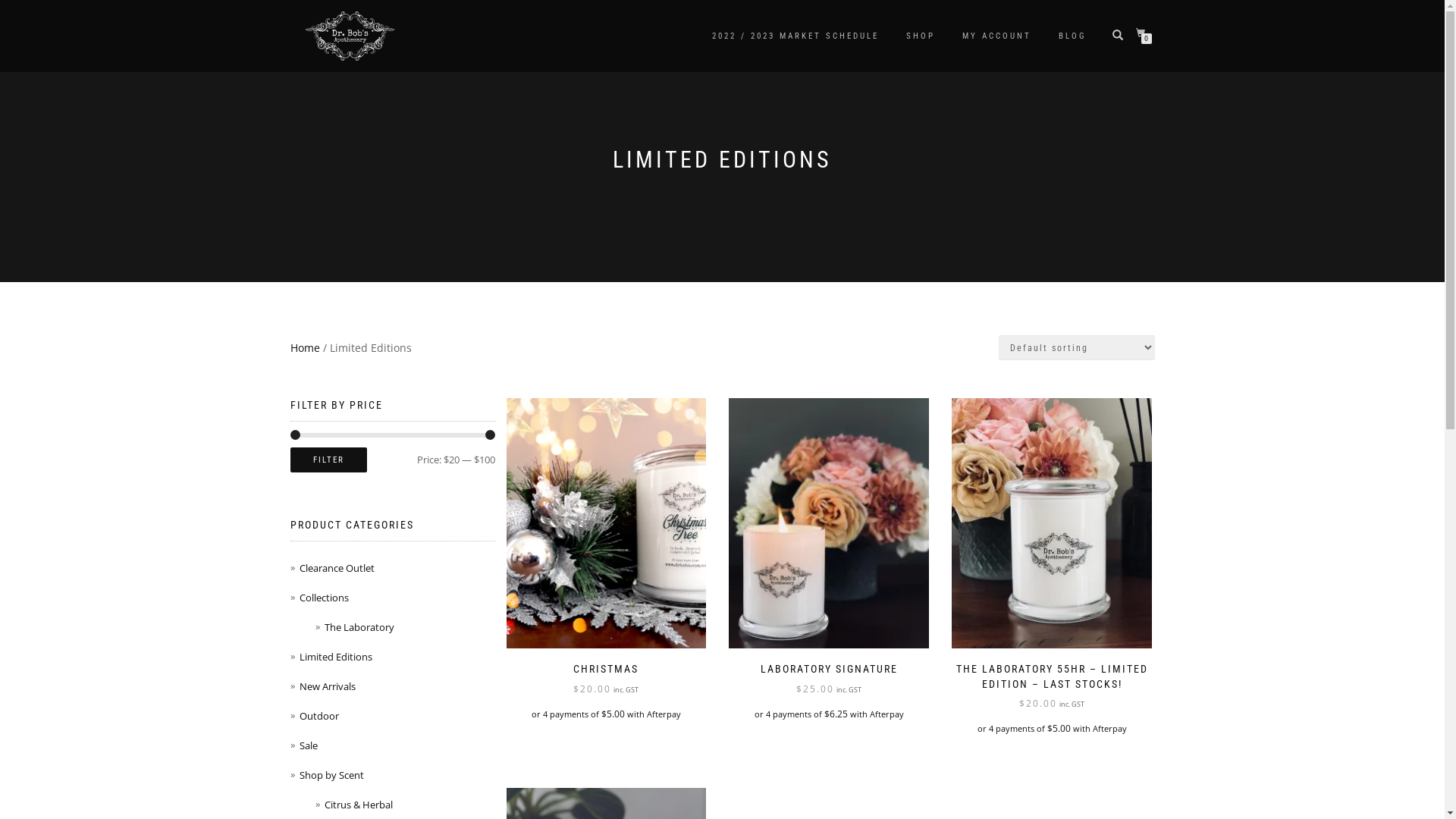 The image size is (1456, 819). What do you see at coordinates (1071, 34) in the screenshot?
I see `'BLOG'` at bounding box center [1071, 34].